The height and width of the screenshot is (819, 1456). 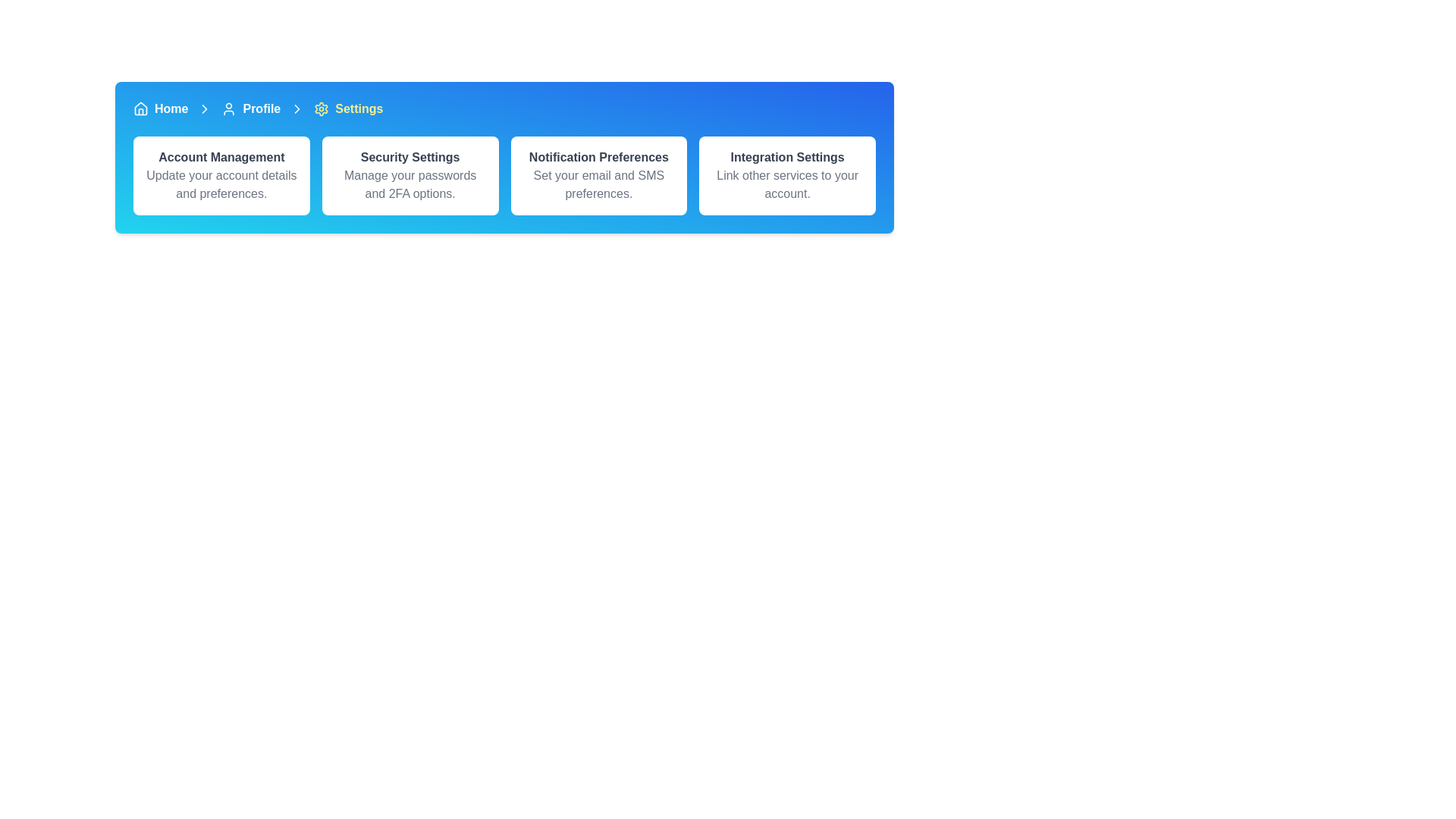 I want to click on the rightward chevron arrow icon located in the top navigation menu bar, positioned immediately after the 'Profile' text and before the 'Settings' icon, to interact with the breadcrumb navigation, so click(x=204, y=108).